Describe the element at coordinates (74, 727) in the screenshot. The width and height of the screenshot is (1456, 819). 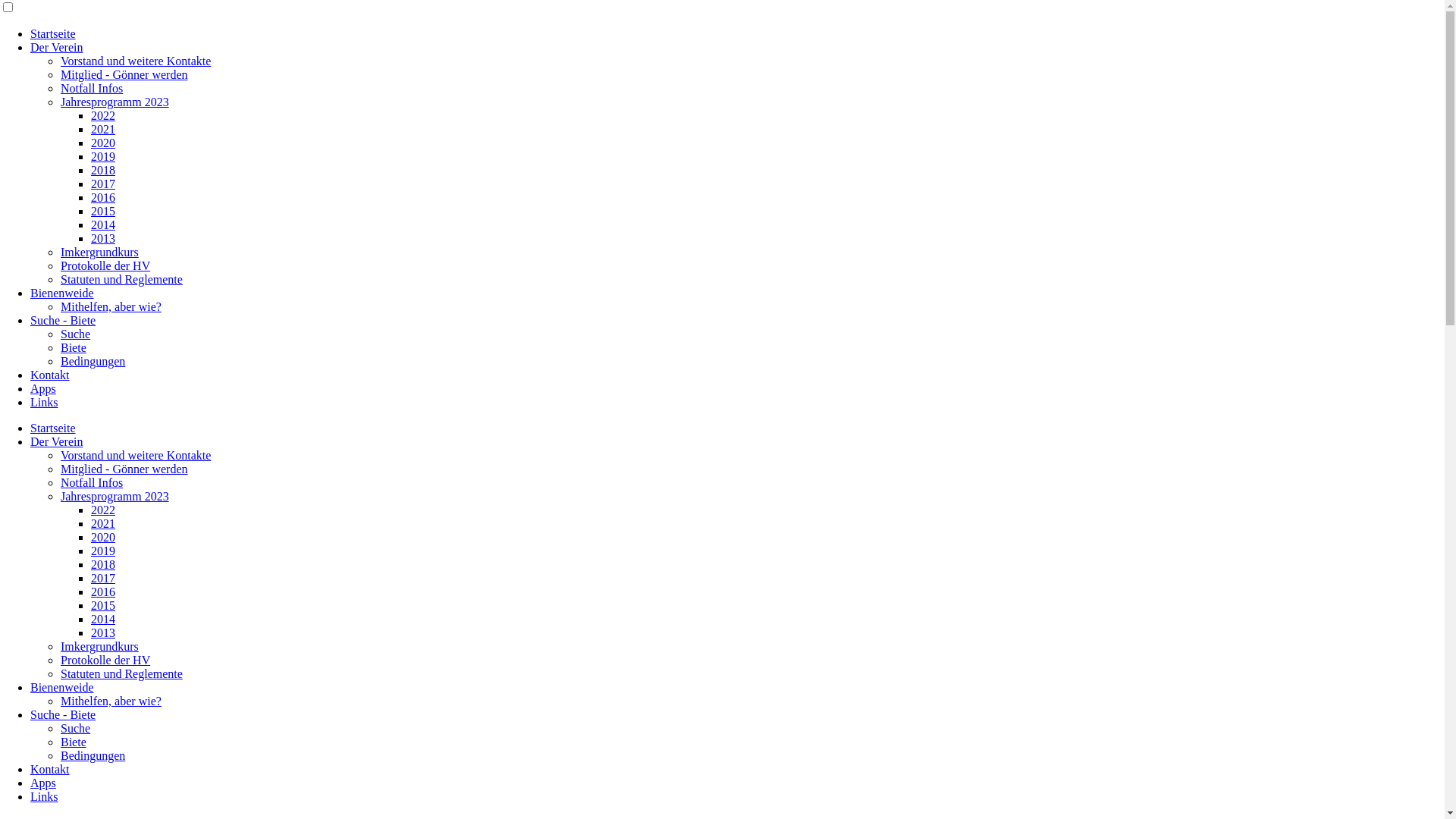
I see `'Suche'` at that location.